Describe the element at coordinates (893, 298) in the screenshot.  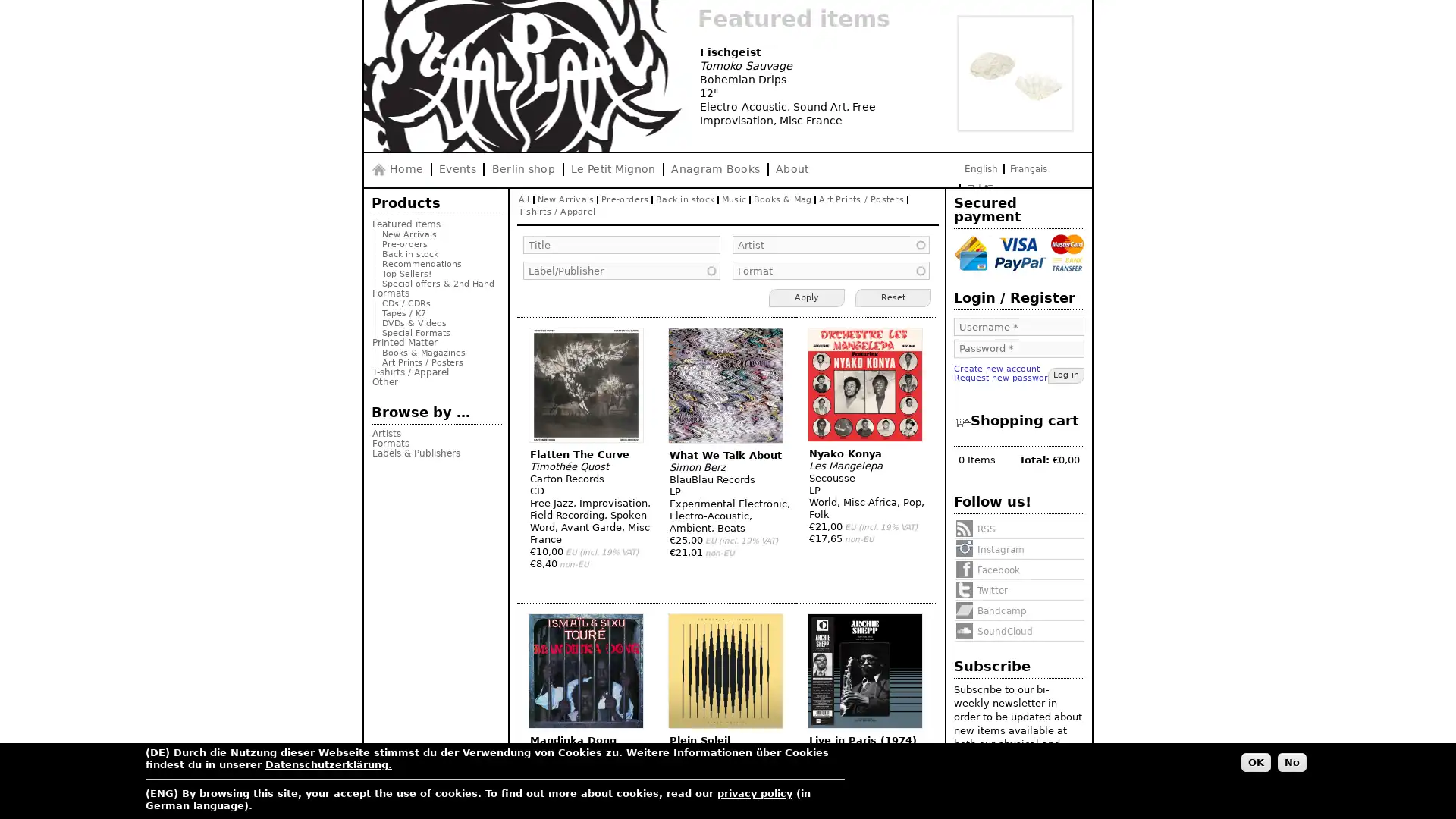
I see `Reset` at that location.